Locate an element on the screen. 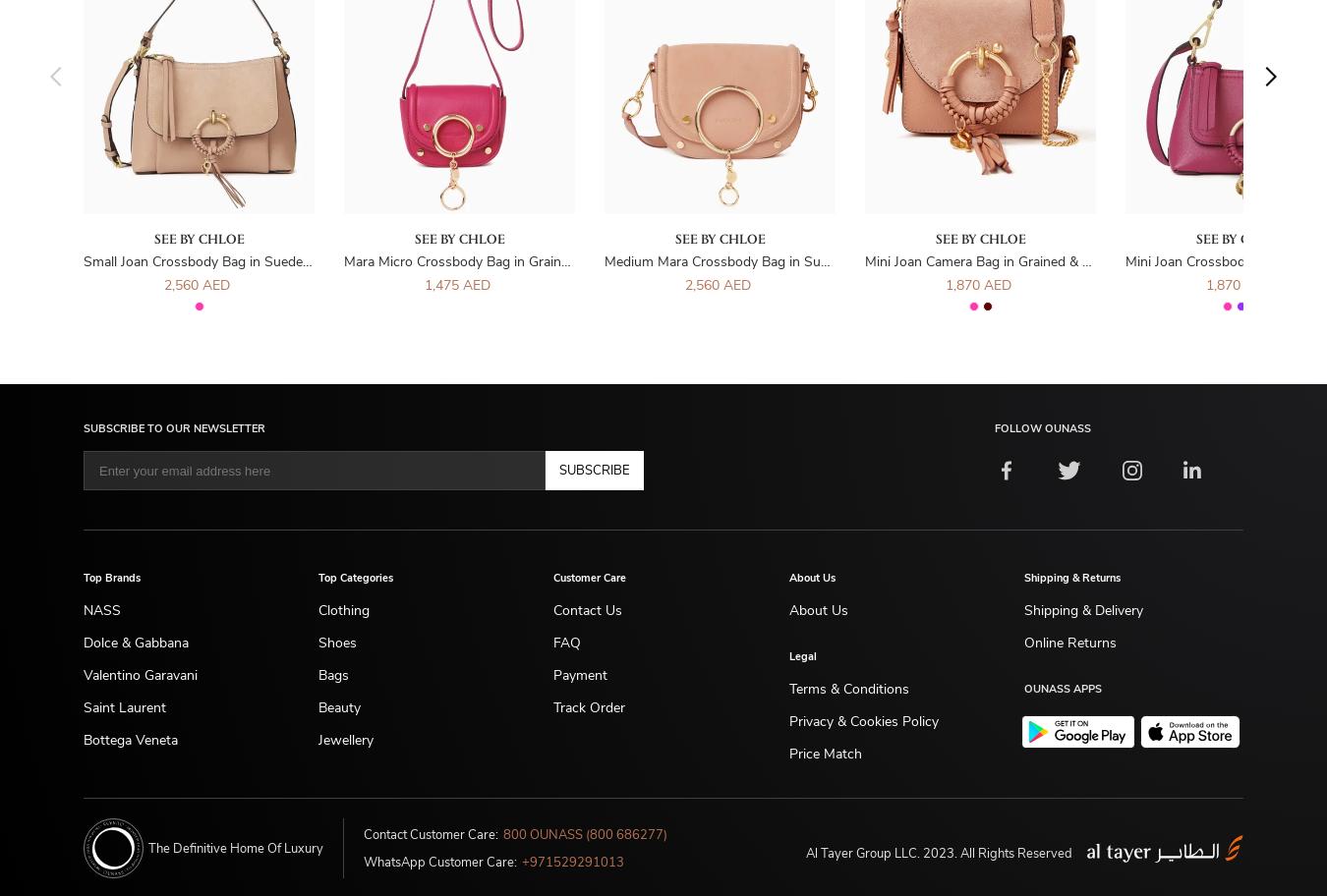 Image resolution: width=1327 pixels, height=896 pixels. 'Small Joan Crossbody Bag in Suede & Grained Leather' is located at coordinates (83, 261).